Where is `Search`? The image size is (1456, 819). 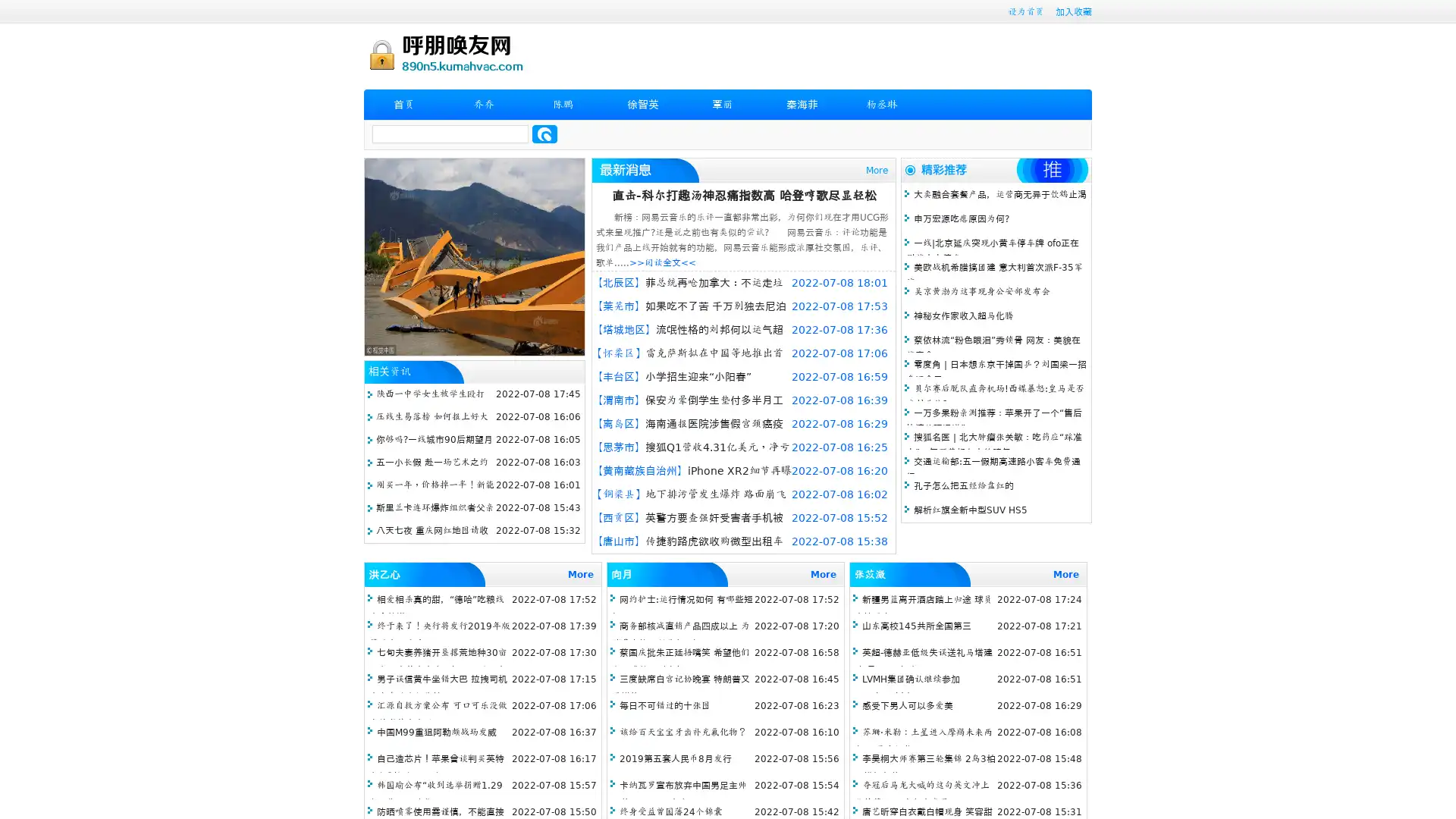 Search is located at coordinates (544, 133).